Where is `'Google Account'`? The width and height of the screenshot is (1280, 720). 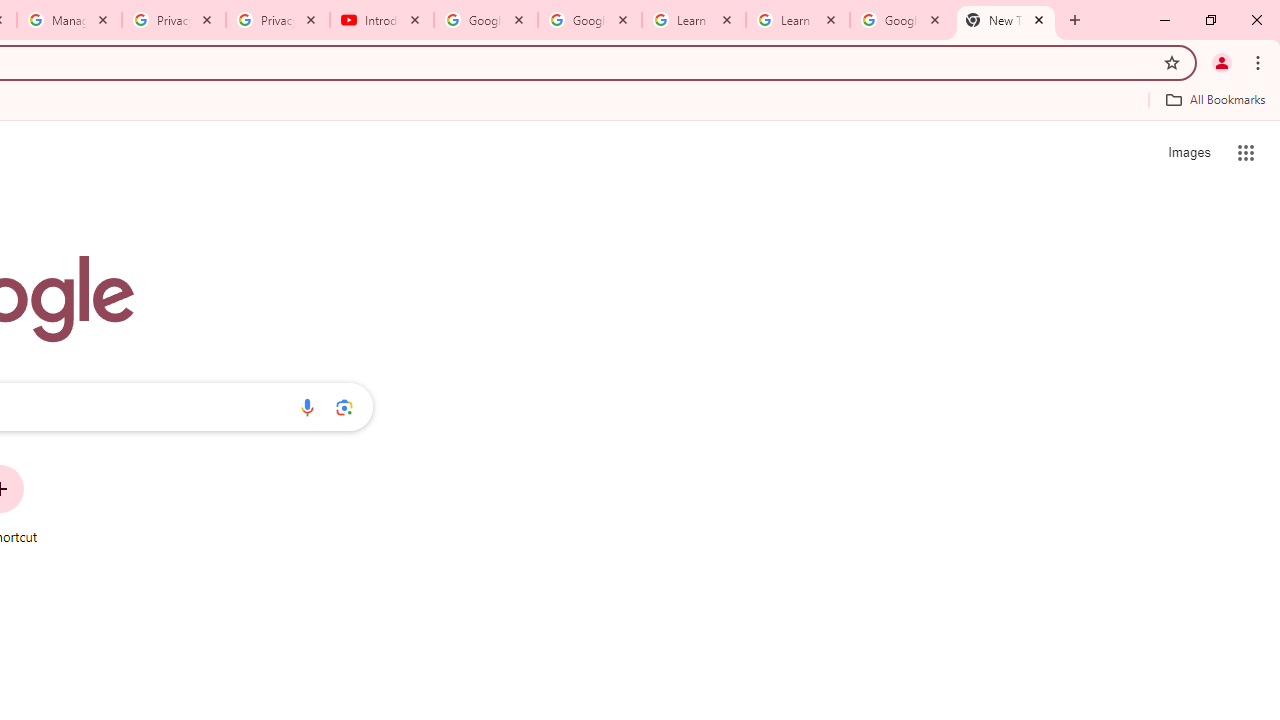 'Google Account' is located at coordinates (900, 20).